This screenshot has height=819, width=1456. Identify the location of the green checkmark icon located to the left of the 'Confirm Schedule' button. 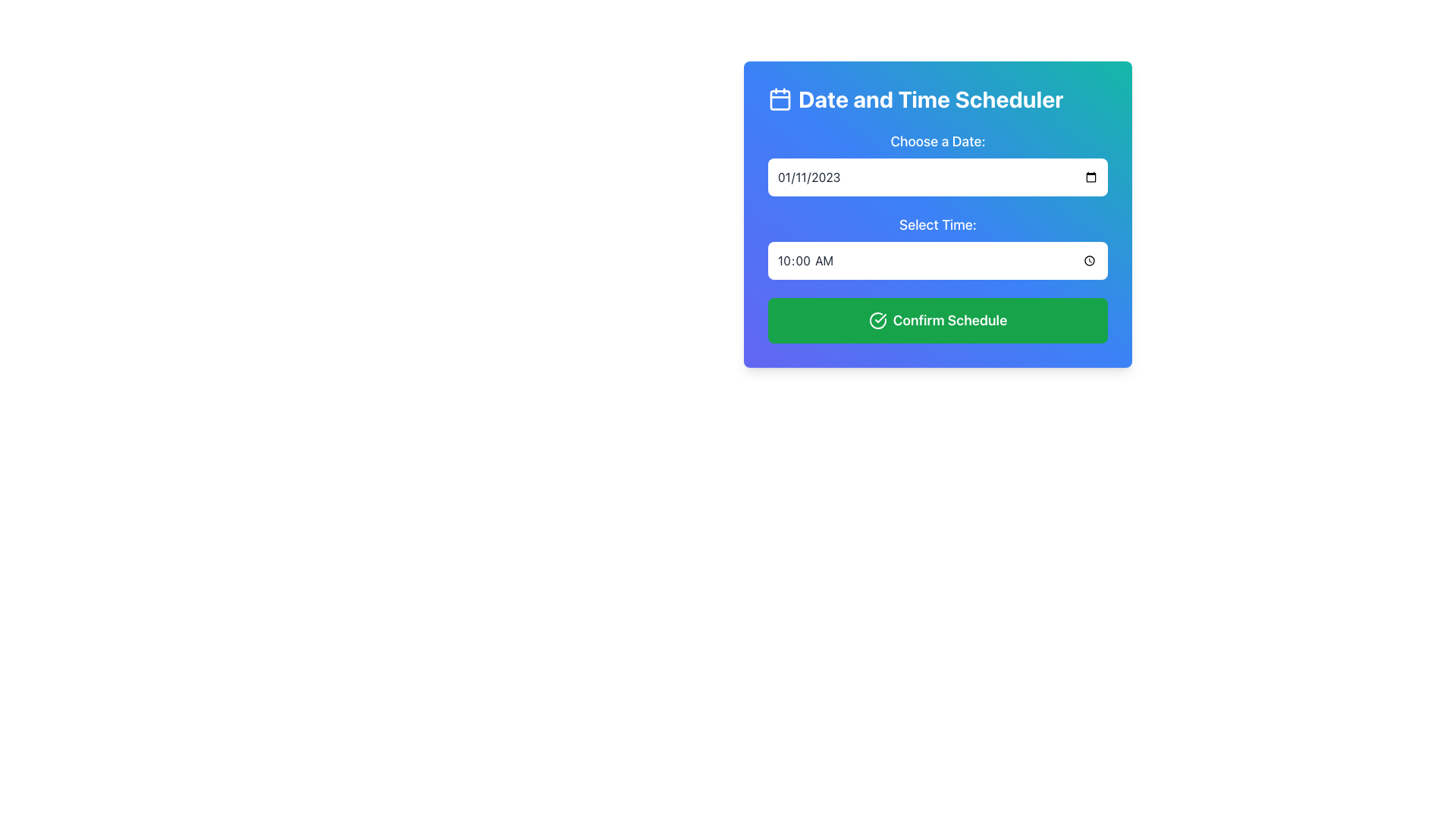
(877, 320).